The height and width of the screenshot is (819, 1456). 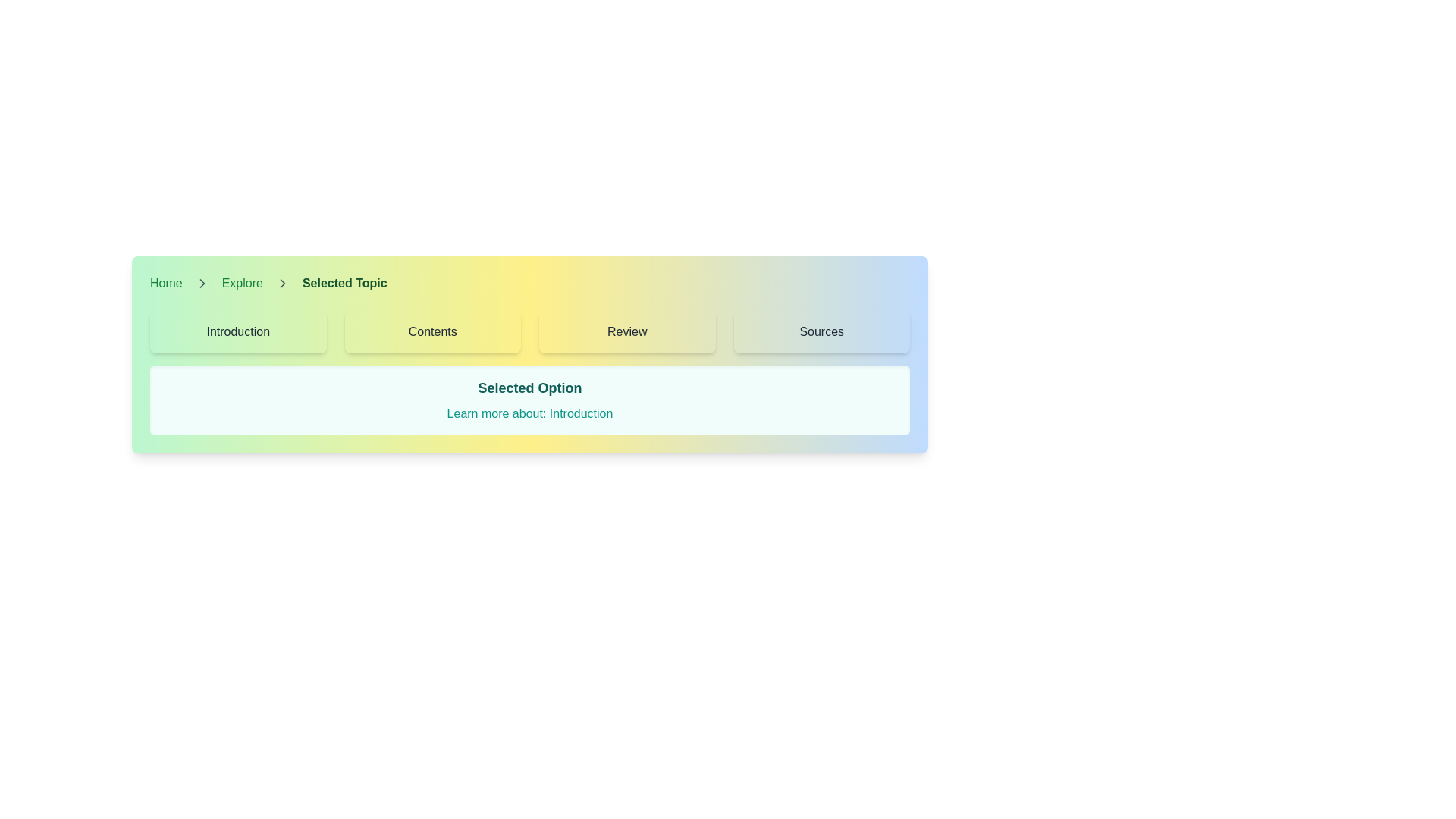 I want to click on the 'Introduction' text label, which indicates a selection option in the interface for viewing details about the section, positioned first from the left among similar options, so click(x=237, y=331).